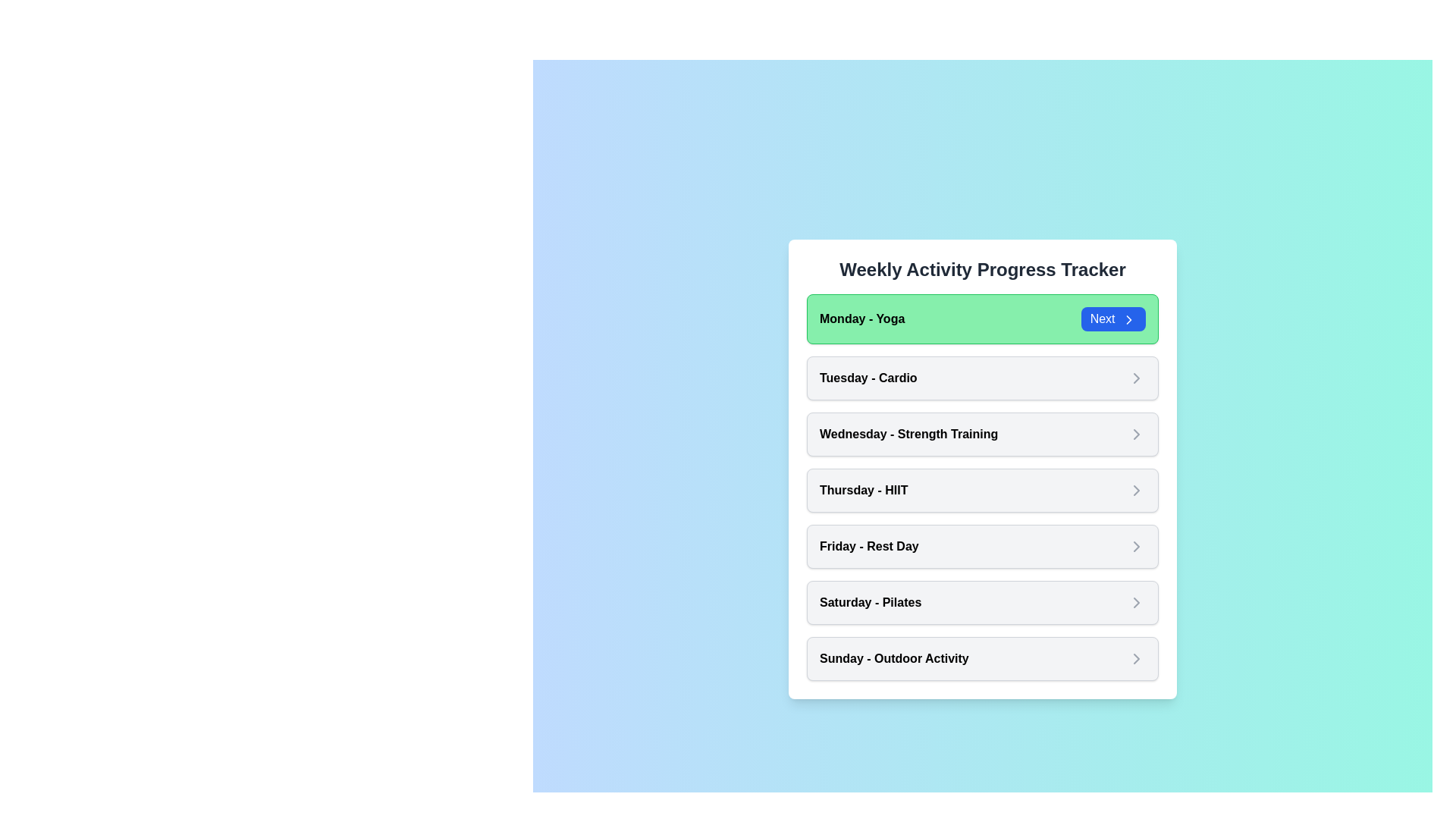 The width and height of the screenshot is (1456, 819). Describe the element at coordinates (983, 491) in the screenshot. I see `the fourth item in the 'Weekly Activity Progress Tracker' list` at that location.